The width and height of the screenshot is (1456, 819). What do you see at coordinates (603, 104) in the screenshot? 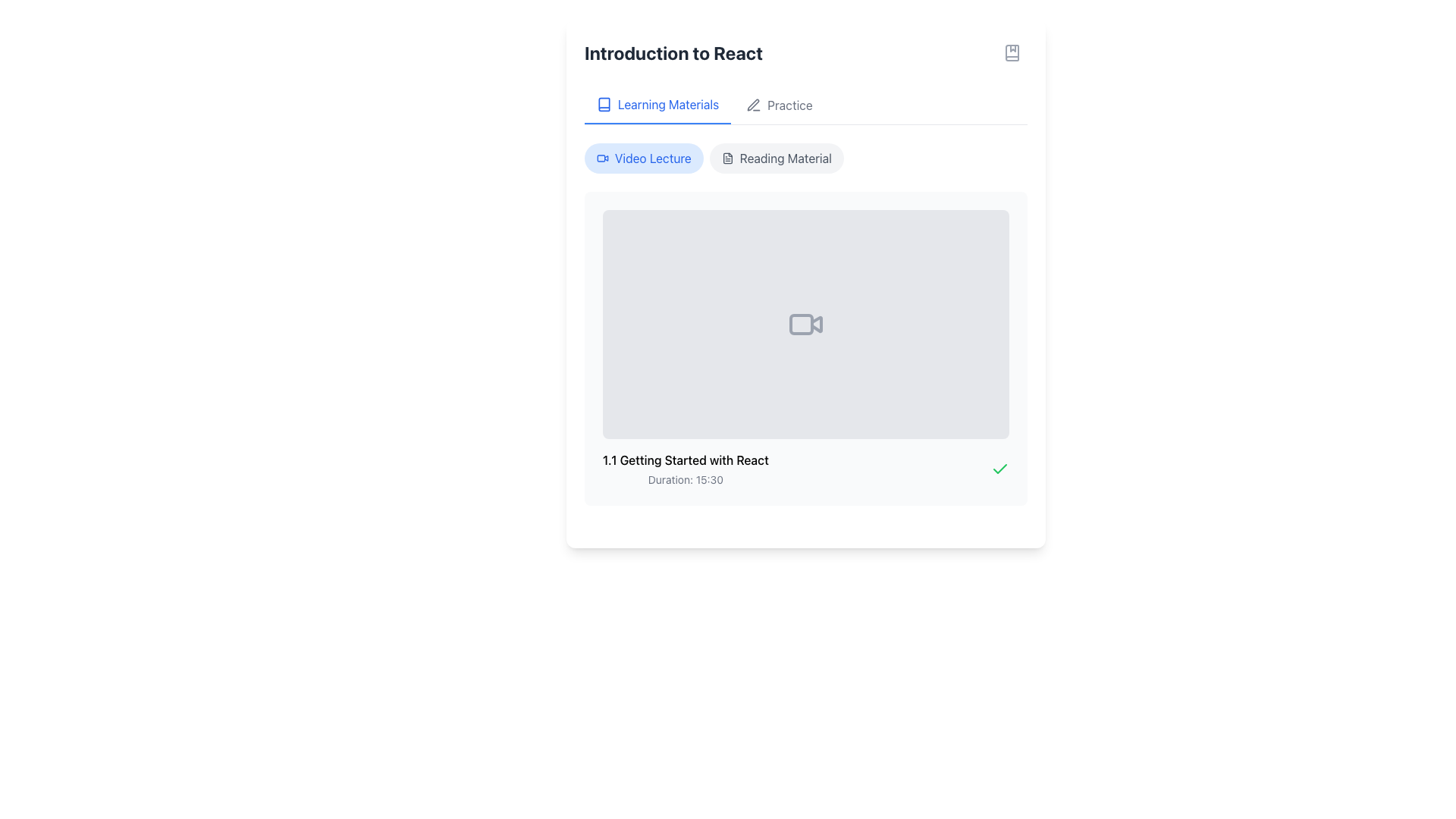
I see `the 'Learning Materials' SVG Icon located to the left of the 'Learning Materials' tab label in the navigation section` at bounding box center [603, 104].